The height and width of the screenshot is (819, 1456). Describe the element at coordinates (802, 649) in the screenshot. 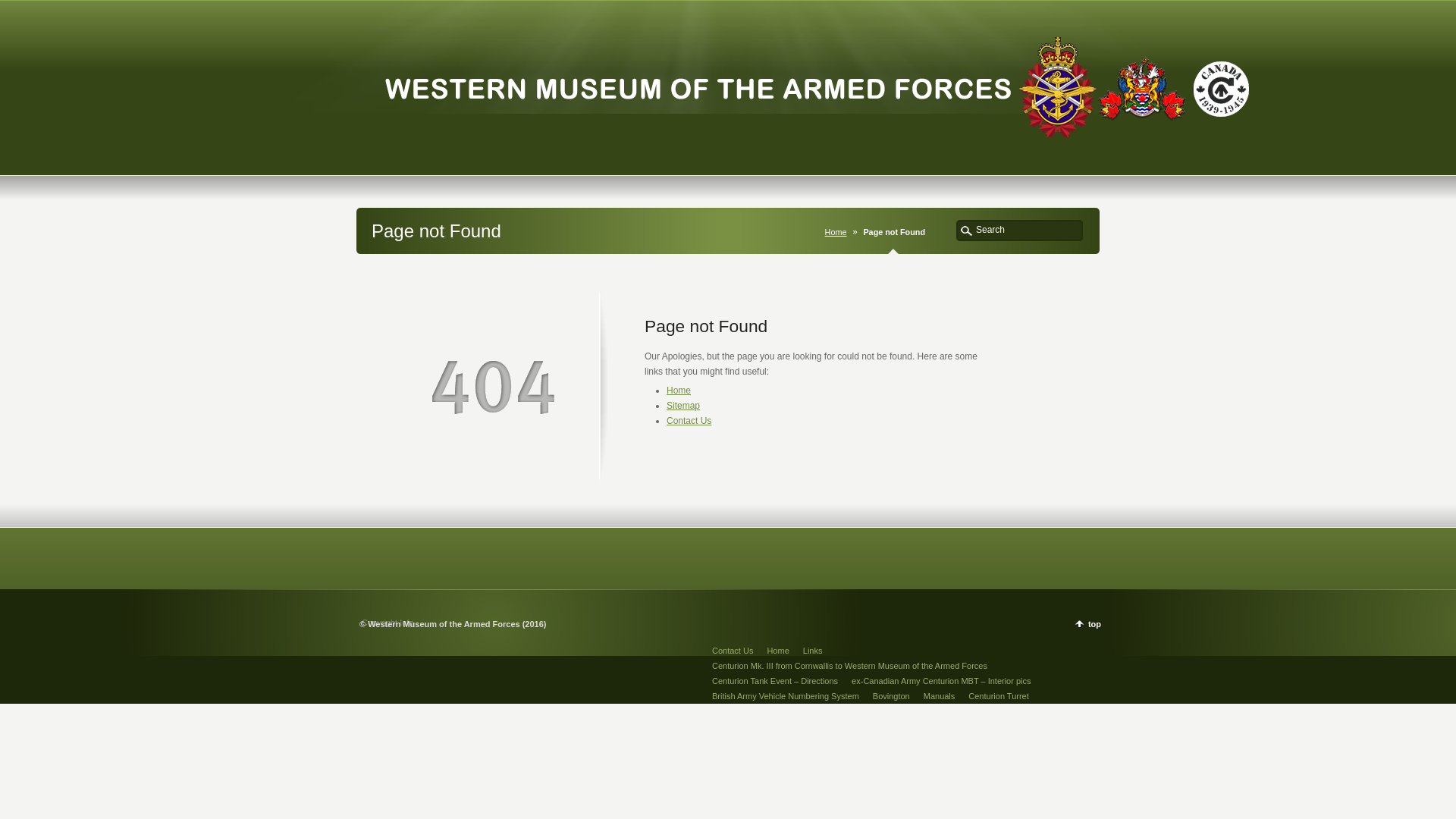

I see `'Links'` at that location.